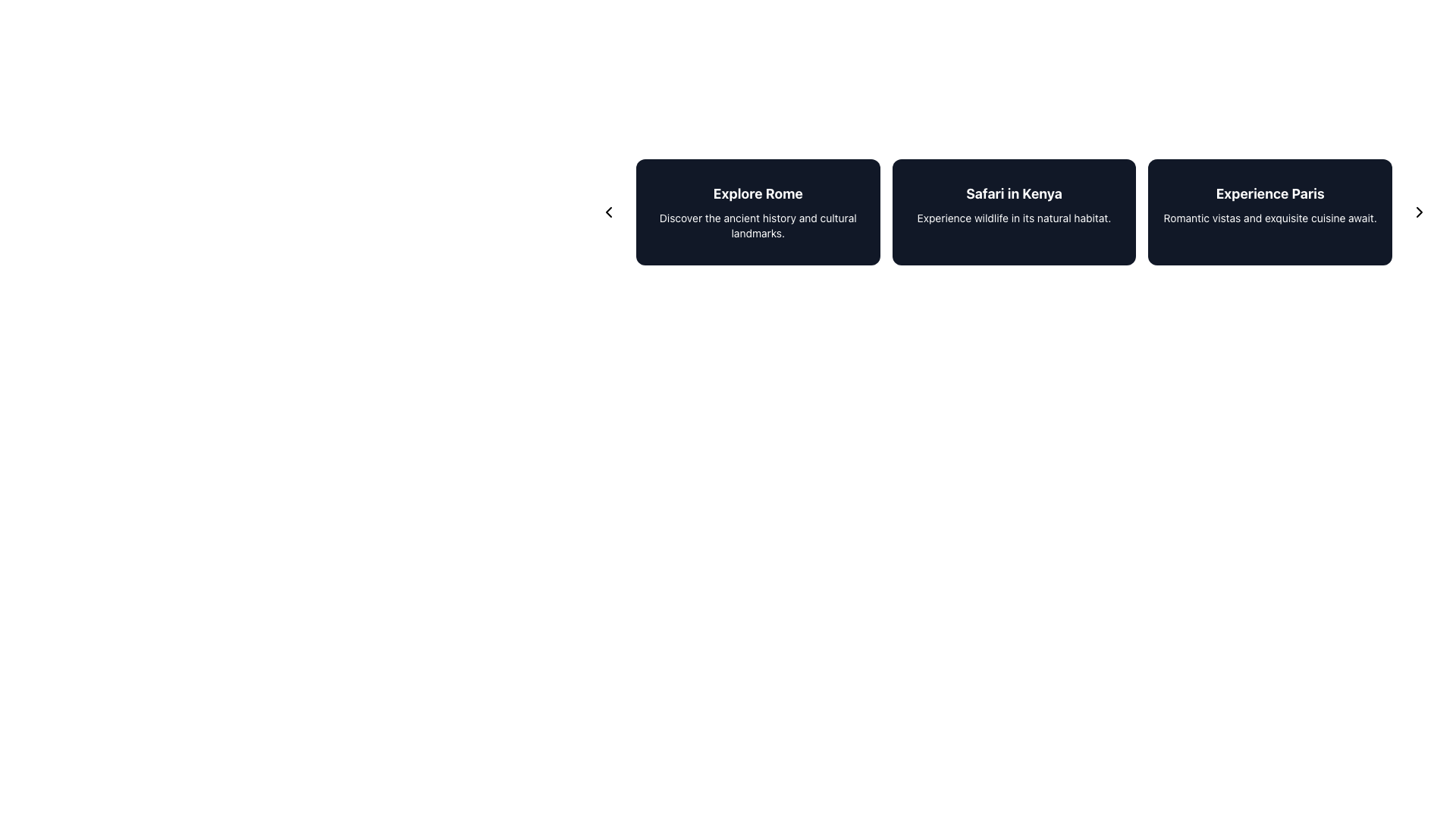  I want to click on text label that displays 'Experience Paris', which is styled as large and bold, located at the top center of the third card in a horizontal series of three cards, so click(1270, 193).